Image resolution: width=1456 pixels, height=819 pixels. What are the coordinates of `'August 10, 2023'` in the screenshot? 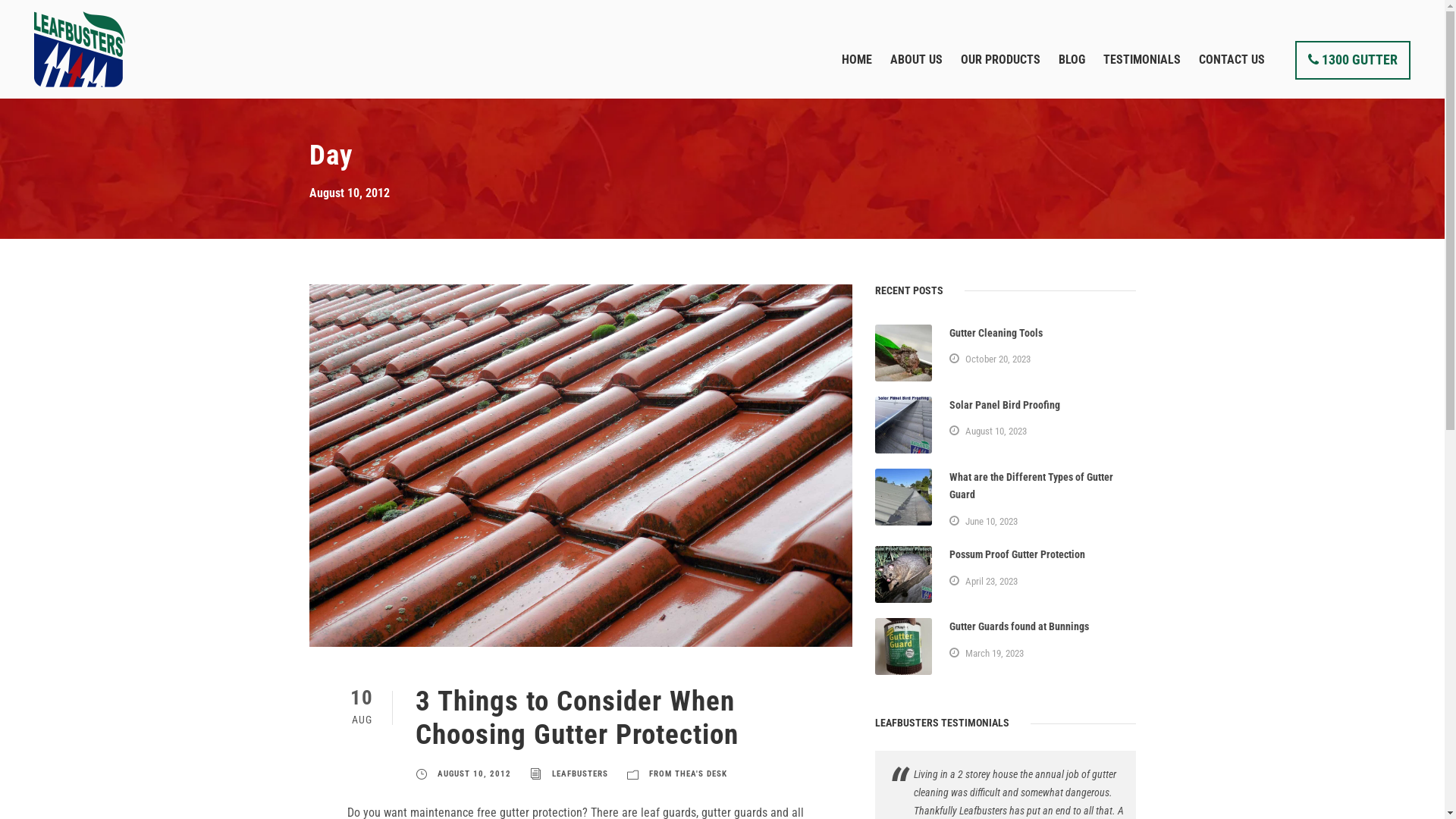 It's located at (996, 431).